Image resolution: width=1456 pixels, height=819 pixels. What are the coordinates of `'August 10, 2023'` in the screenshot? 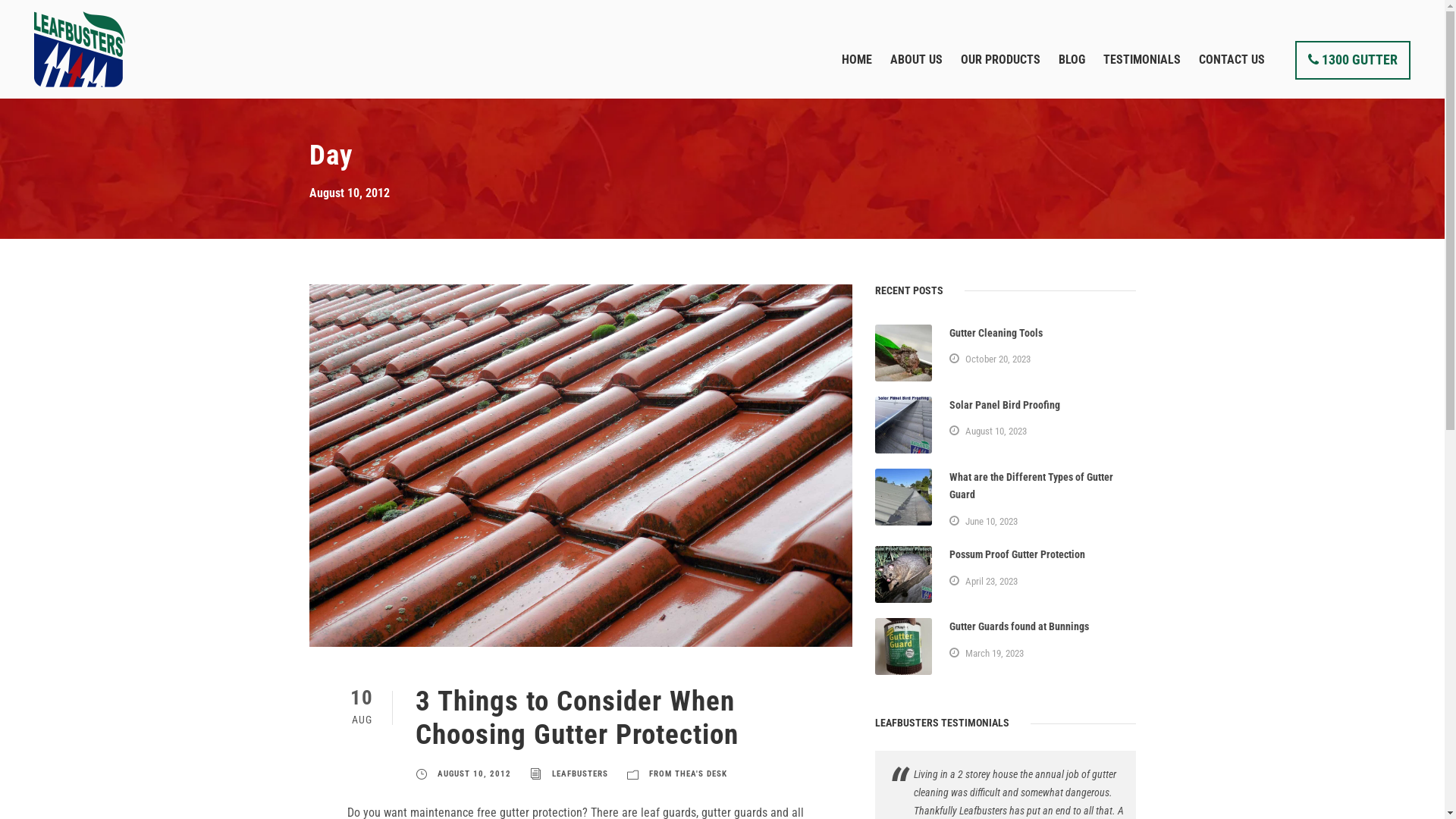 It's located at (996, 431).